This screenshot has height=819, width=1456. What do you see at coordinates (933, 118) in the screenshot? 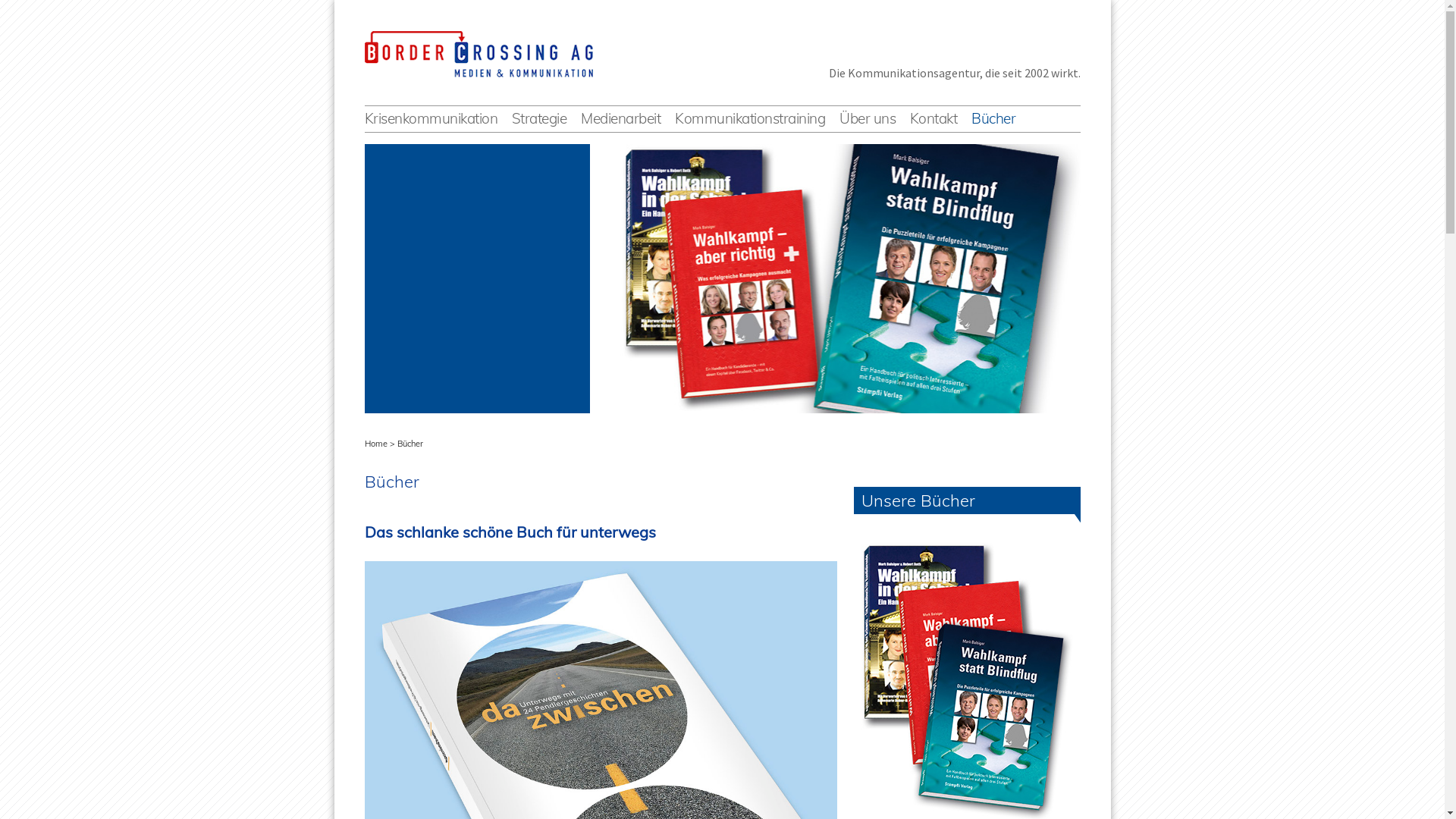
I see `'Kontakt'` at bounding box center [933, 118].